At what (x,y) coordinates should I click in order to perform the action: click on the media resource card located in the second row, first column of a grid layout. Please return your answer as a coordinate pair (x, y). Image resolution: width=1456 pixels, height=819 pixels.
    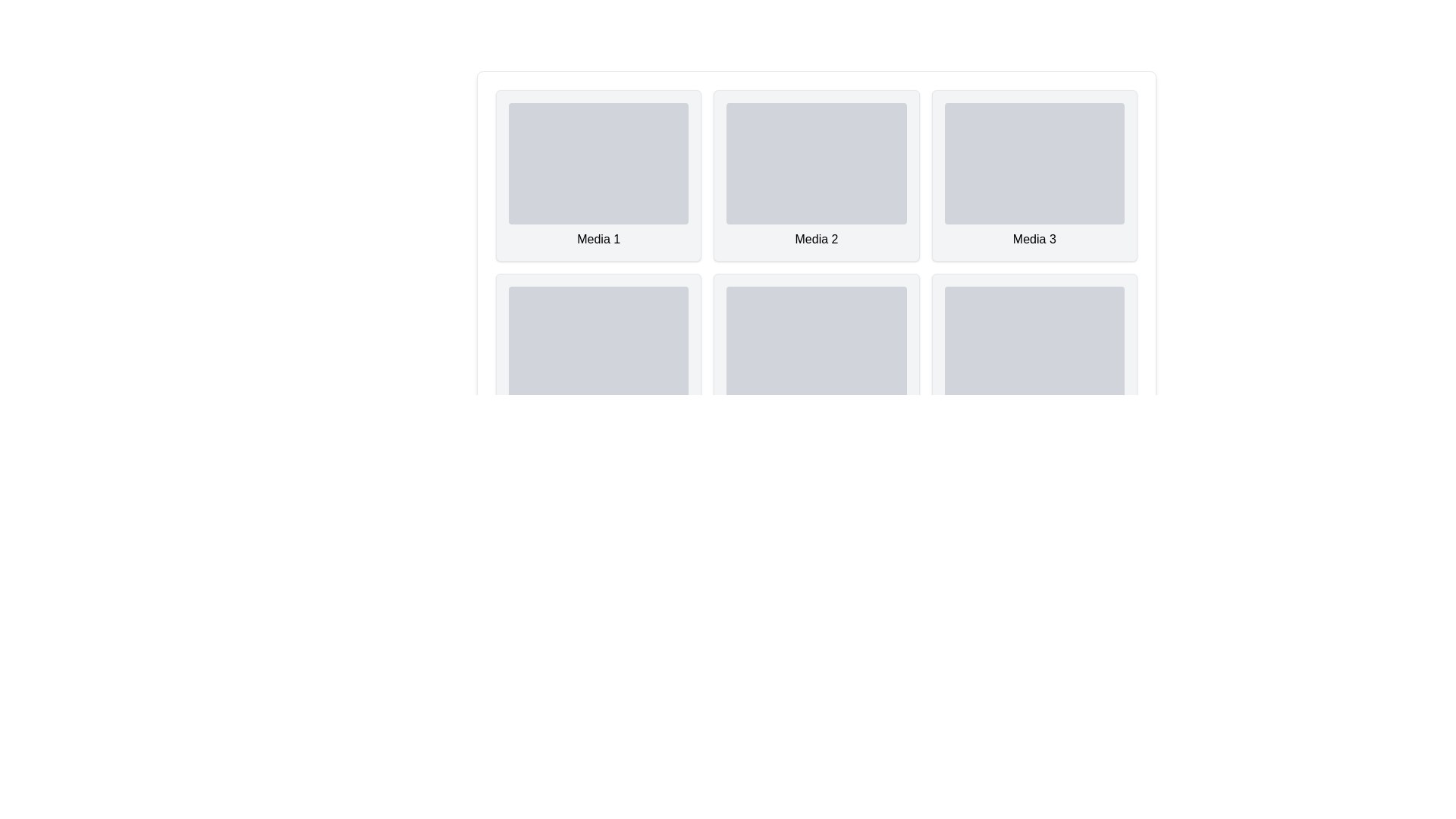
    Looking at the image, I should click on (598, 359).